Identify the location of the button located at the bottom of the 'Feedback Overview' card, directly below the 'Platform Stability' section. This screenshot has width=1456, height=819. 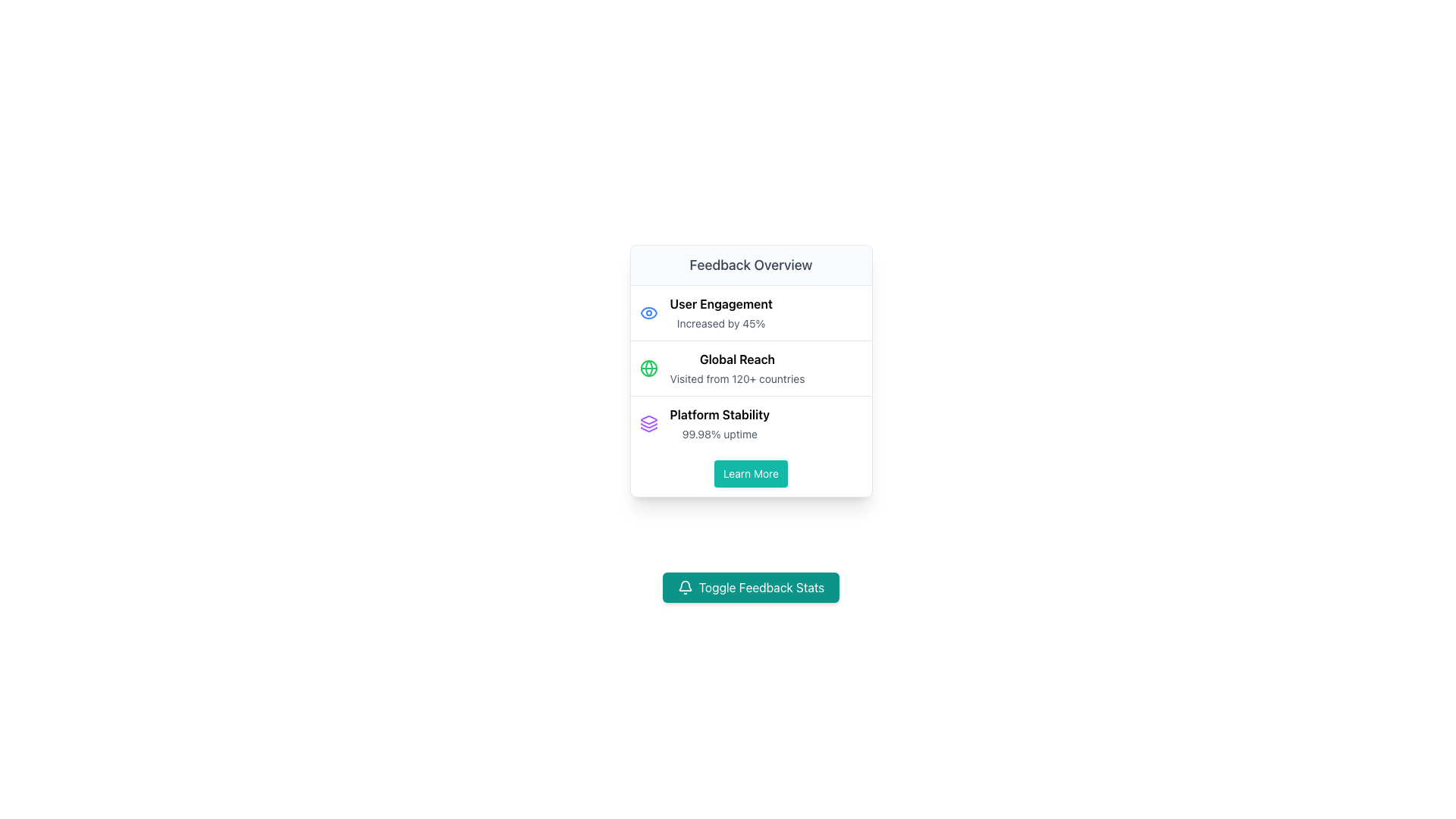
(751, 472).